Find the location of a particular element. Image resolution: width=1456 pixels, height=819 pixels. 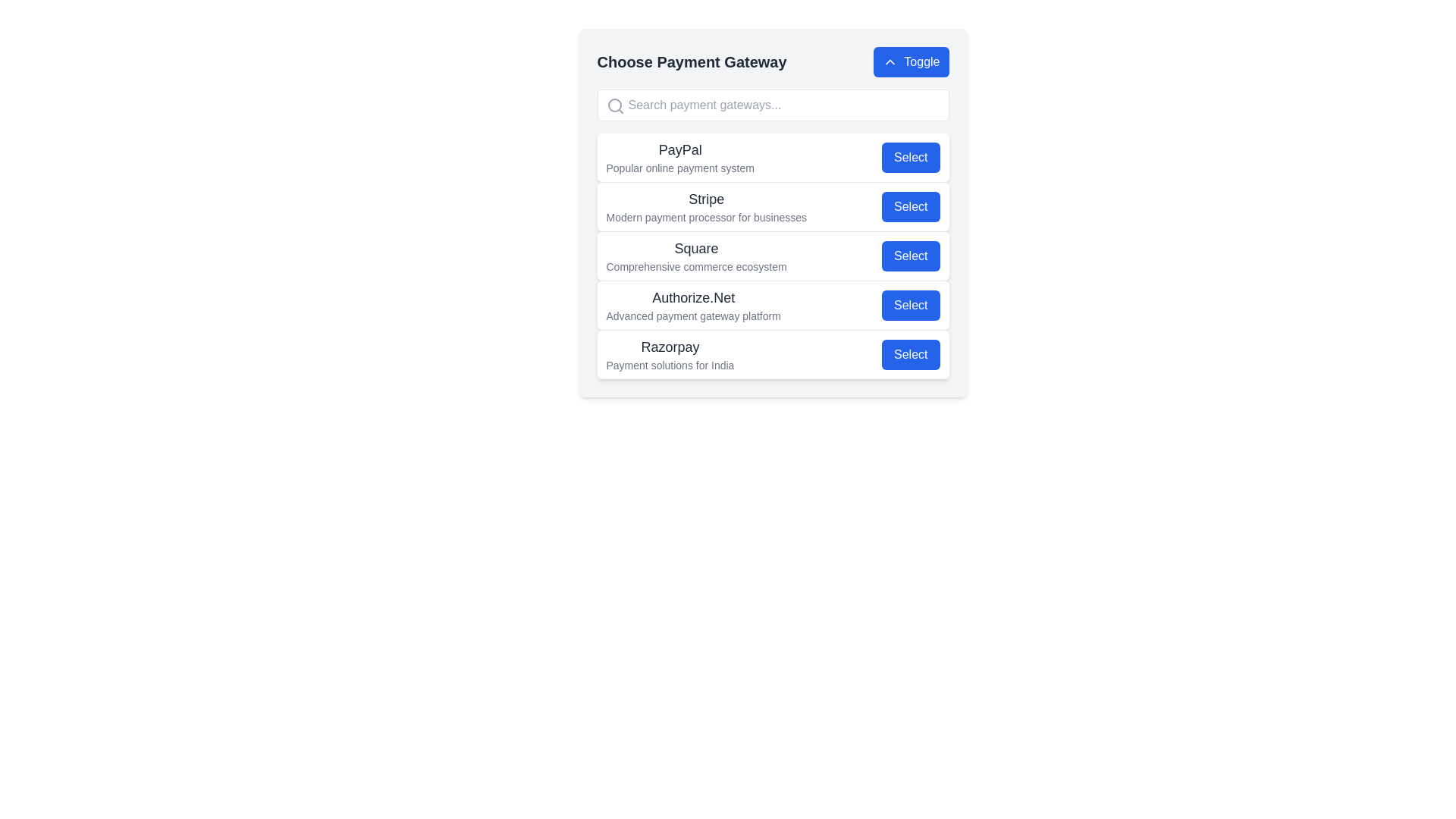

the text display element that provides information about the 'Authorize.Net' payment gateway, located in the 'Choose Payment Gateway' section as the third item in a vertical list is located at coordinates (692, 305).